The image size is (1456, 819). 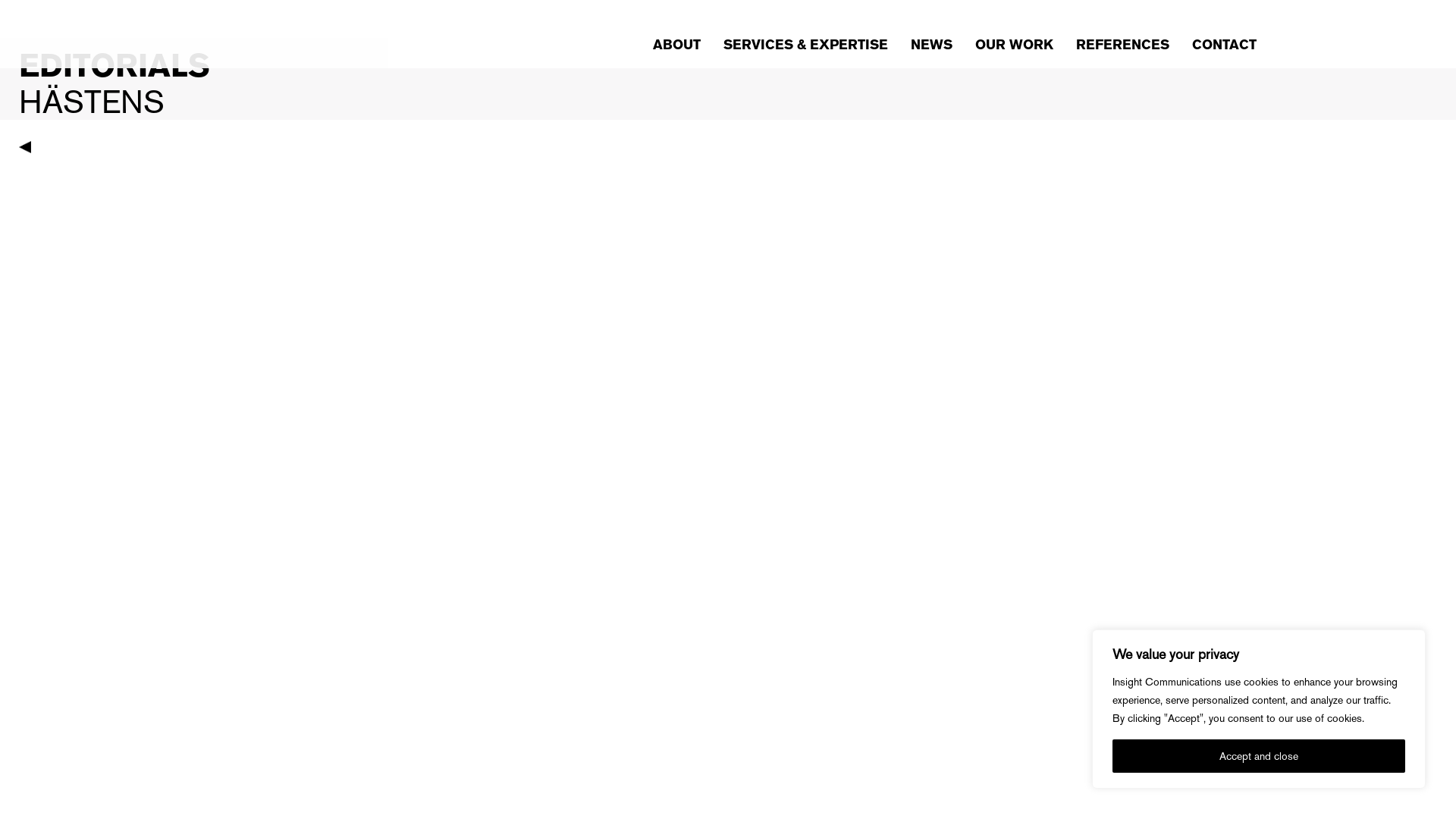 What do you see at coordinates (930, 47) in the screenshot?
I see `'NEWS'` at bounding box center [930, 47].